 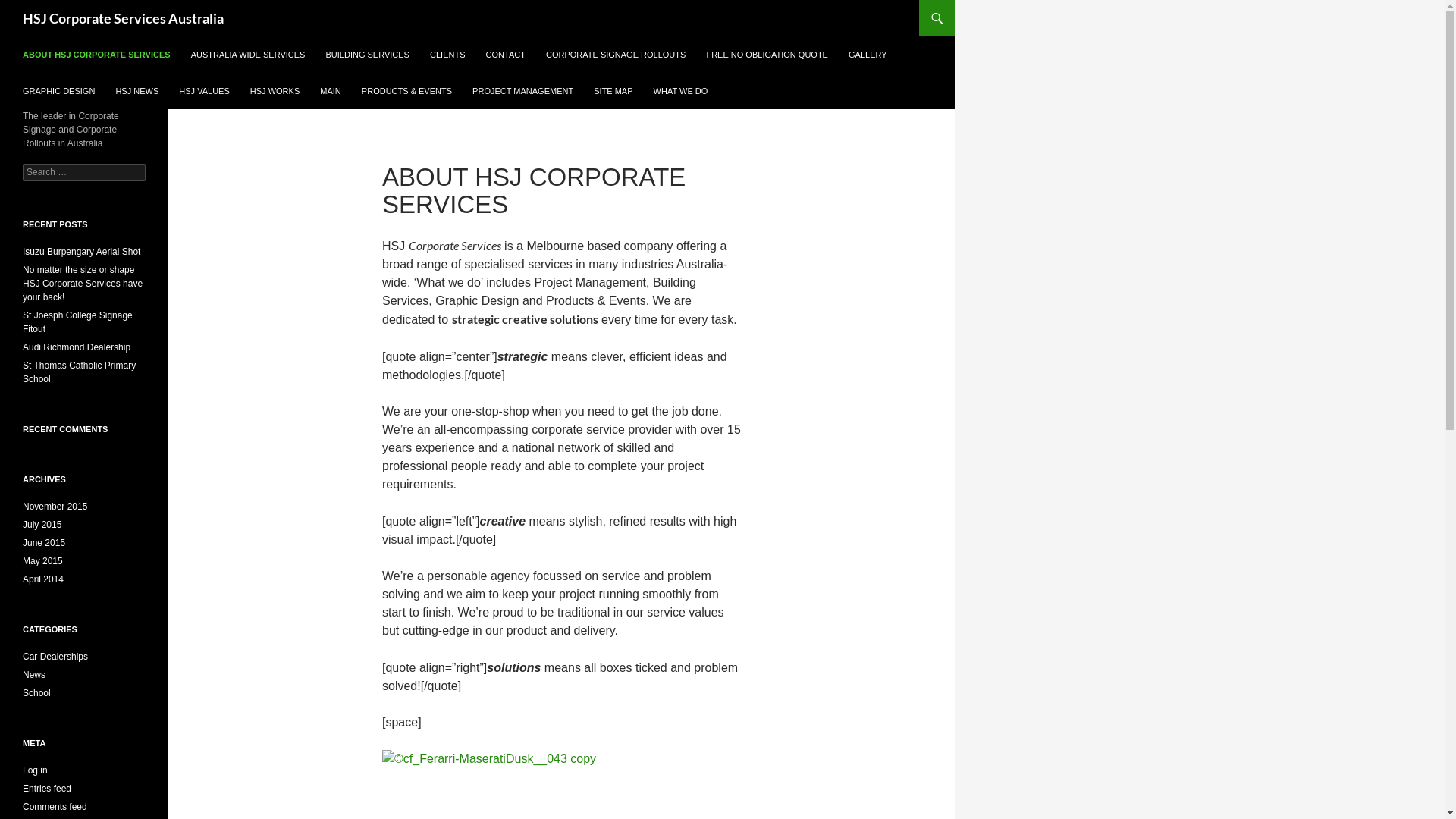 What do you see at coordinates (33, 674) in the screenshot?
I see `'News'` at bounding box center [33, 674].